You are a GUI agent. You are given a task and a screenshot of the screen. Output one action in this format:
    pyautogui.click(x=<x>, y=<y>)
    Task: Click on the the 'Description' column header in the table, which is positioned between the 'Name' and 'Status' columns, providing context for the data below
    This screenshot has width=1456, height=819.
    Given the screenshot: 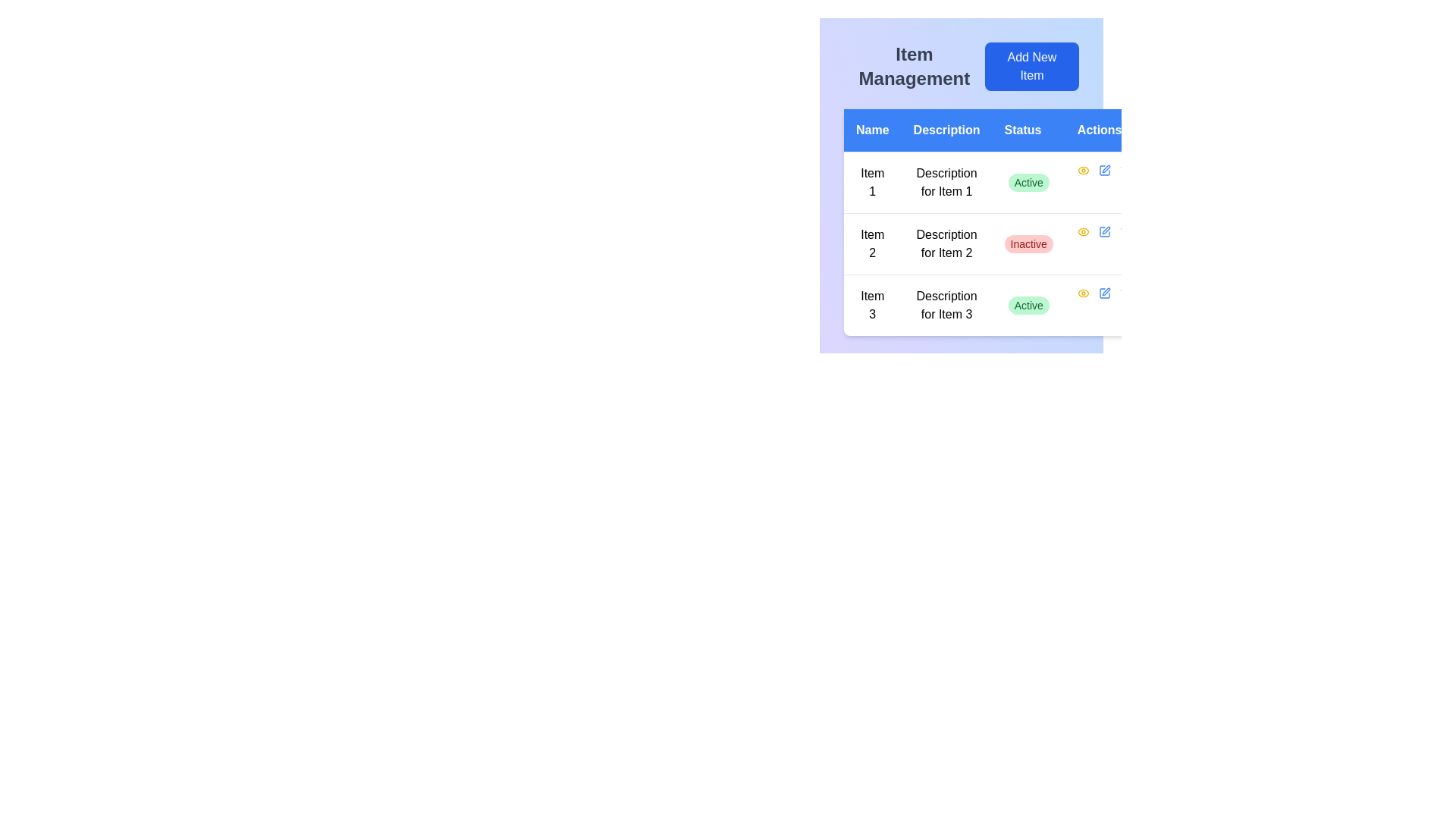 What is the action you would take?
    pyautogui.click(x=946, y=130)
    